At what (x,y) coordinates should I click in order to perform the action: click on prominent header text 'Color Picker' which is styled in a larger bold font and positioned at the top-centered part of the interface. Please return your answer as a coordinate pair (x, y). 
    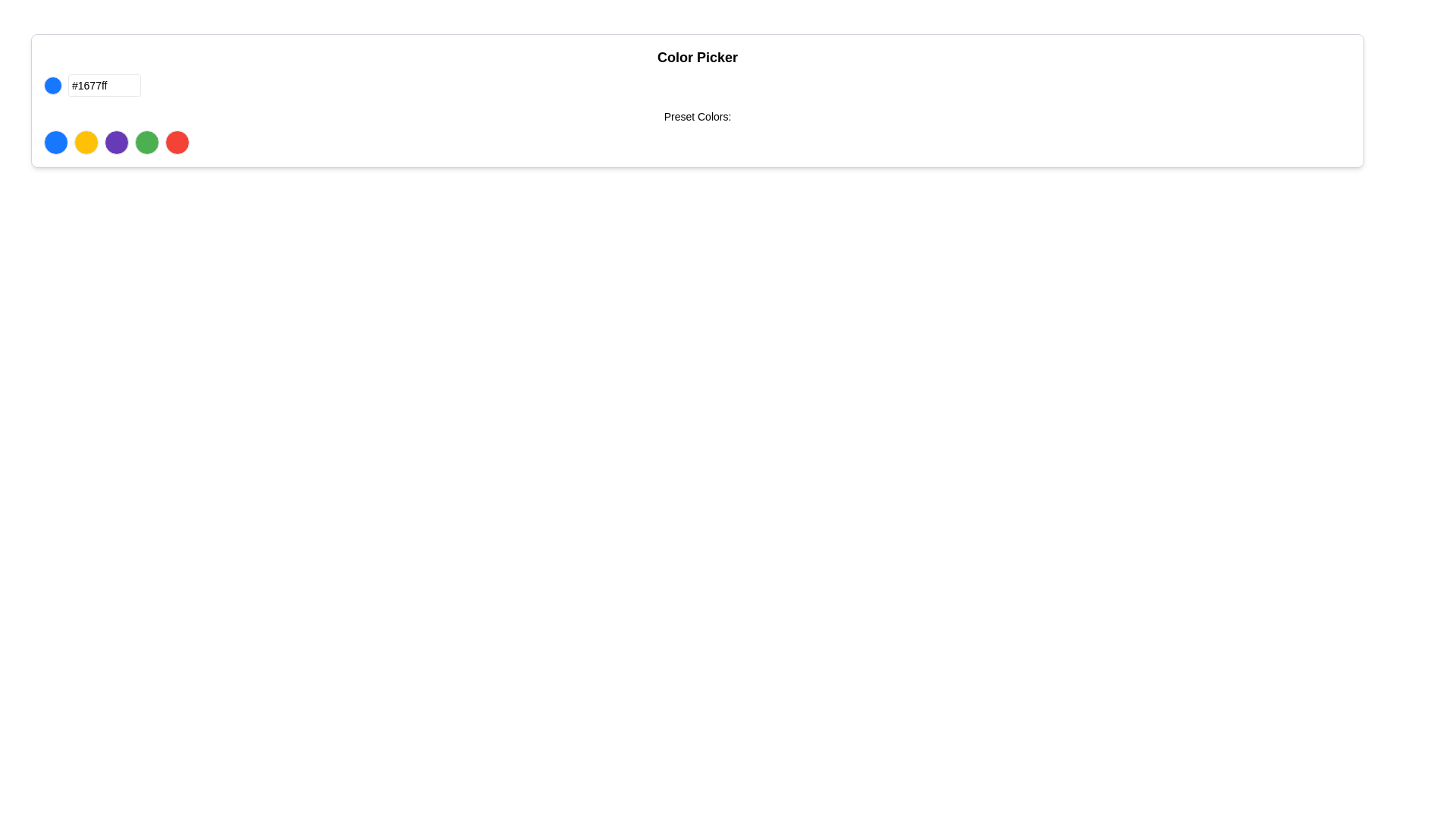
    Looking at the image, I should click on (697, 57).